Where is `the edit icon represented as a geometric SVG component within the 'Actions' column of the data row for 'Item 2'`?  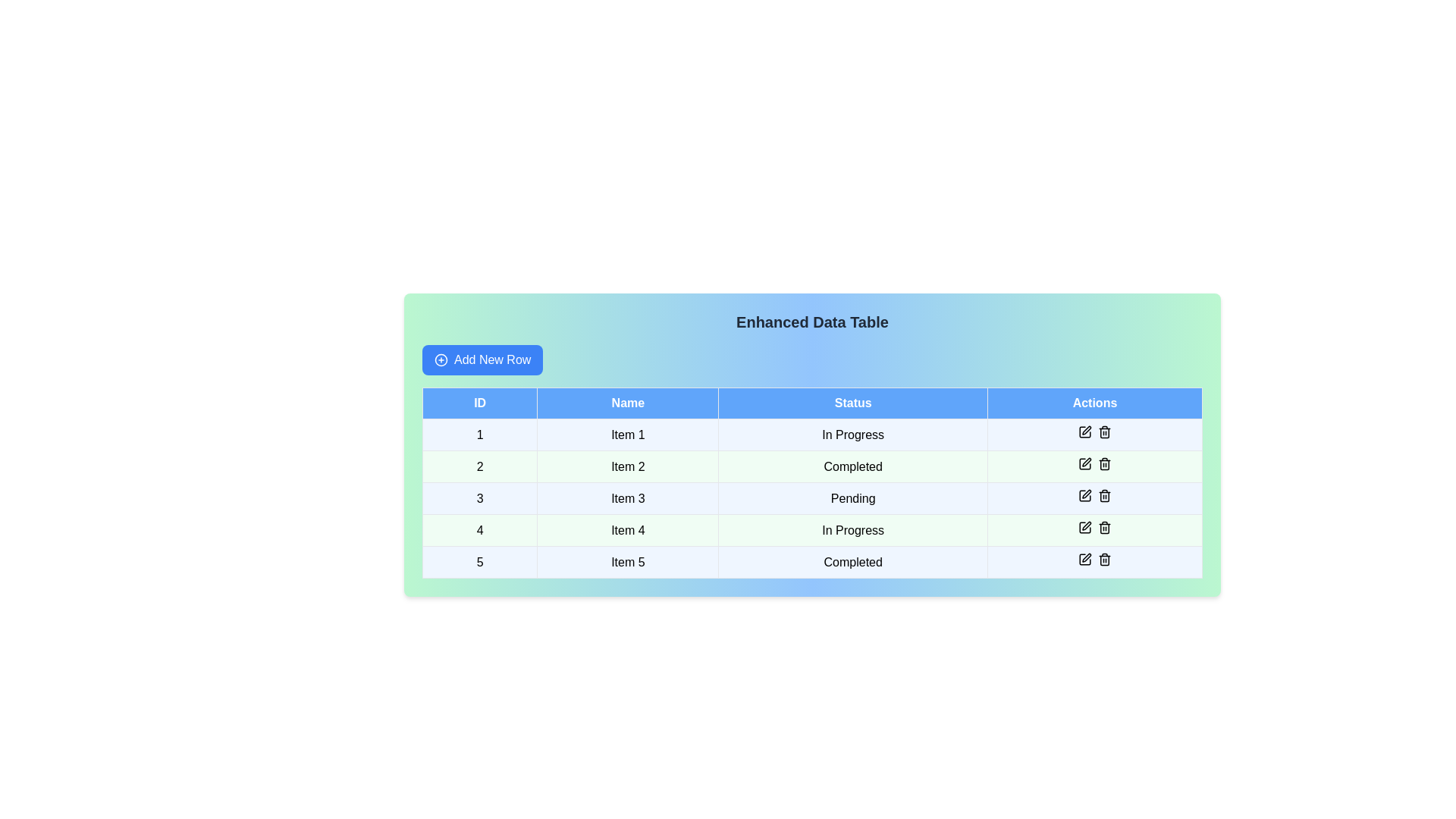 the edit icon represented as a geometric SVG component within the 'Actions' column of the data row for 'Item 2' is located at coordinates (1084, 463).